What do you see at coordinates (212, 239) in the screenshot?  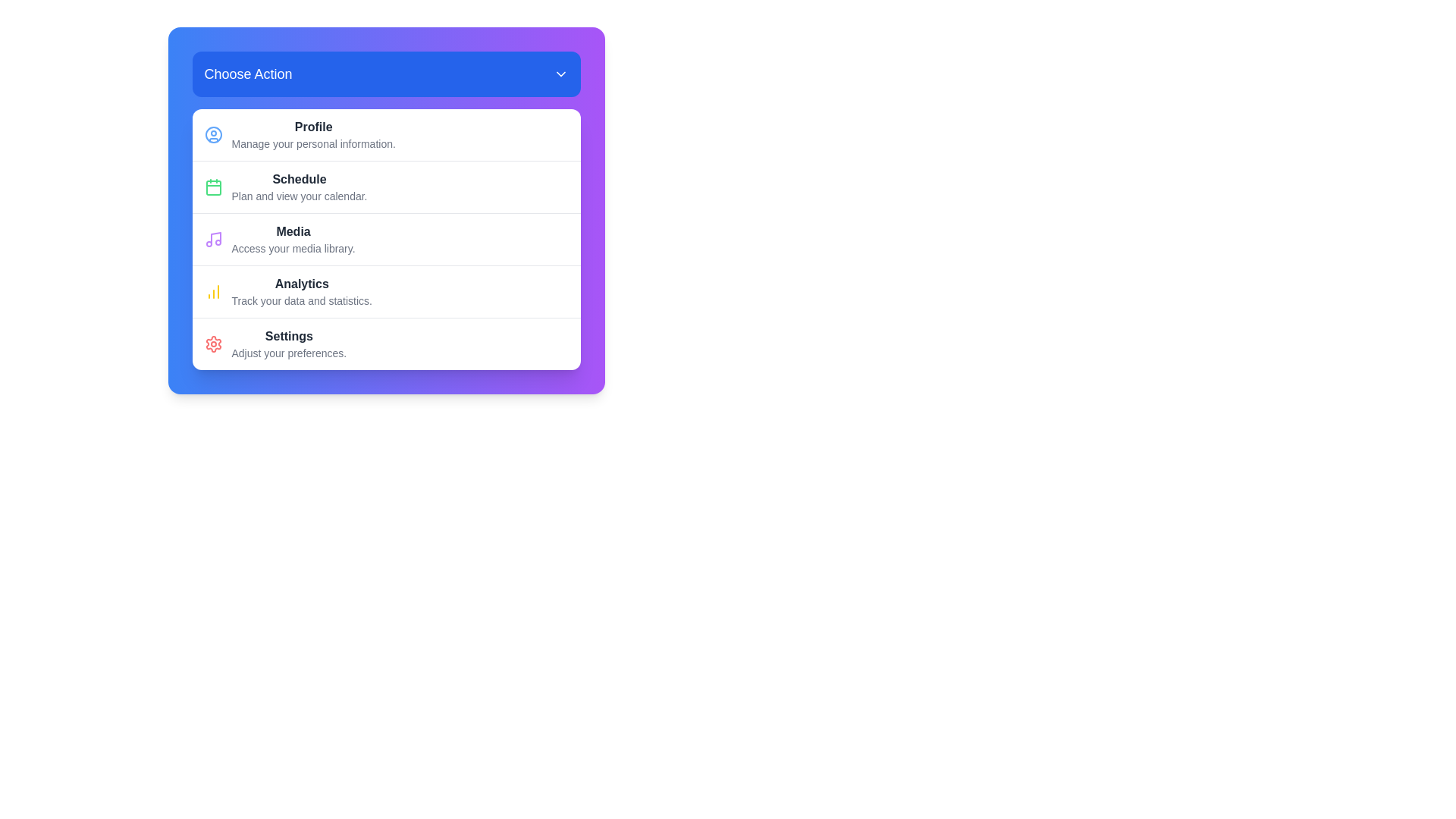 I see `the purple music note icon located in the 'Media' row of the menu, which is positioned to the left of the 'Media' text label` at bounding box center [212, 239].